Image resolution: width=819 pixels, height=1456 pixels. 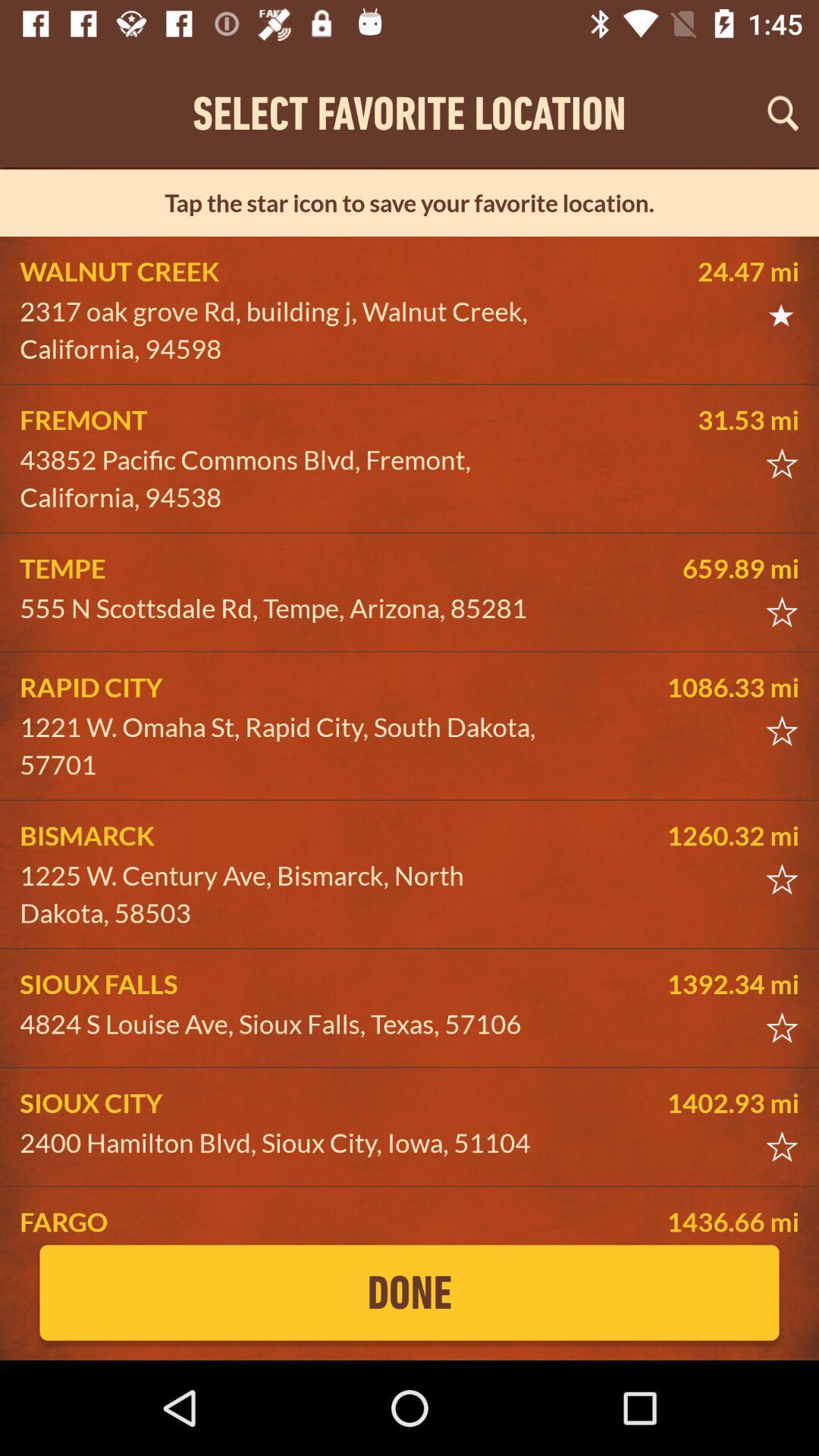 I want to click on search button, so click(x=783, y=112).